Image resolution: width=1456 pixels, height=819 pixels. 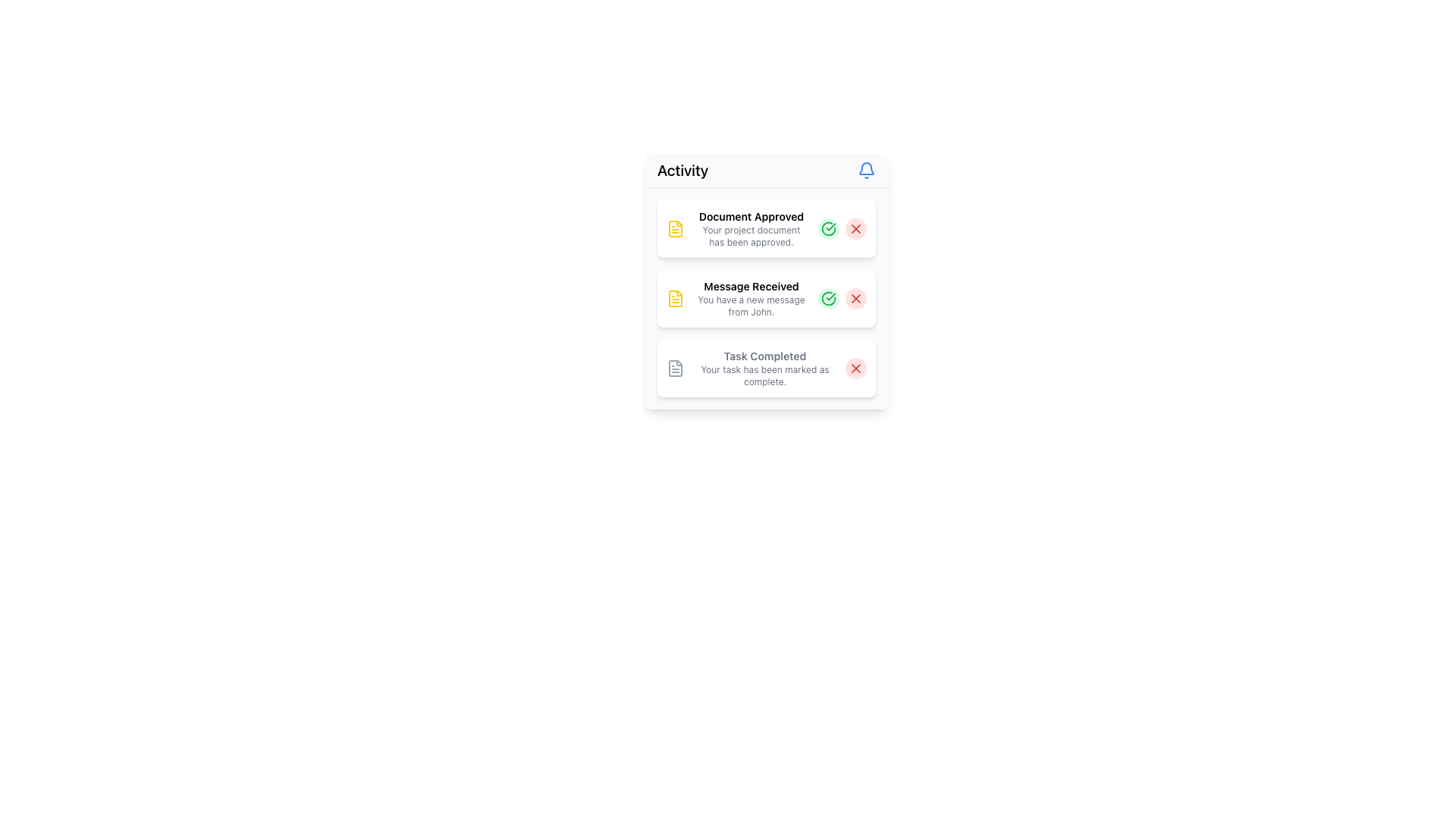 What do you see at coordinates (866, 168) in the screenshot?
I see `the bell-shaped SVG icon with a blue outline located in the top-right corner of the activity overlay interface` at bounding box center [866, 168].